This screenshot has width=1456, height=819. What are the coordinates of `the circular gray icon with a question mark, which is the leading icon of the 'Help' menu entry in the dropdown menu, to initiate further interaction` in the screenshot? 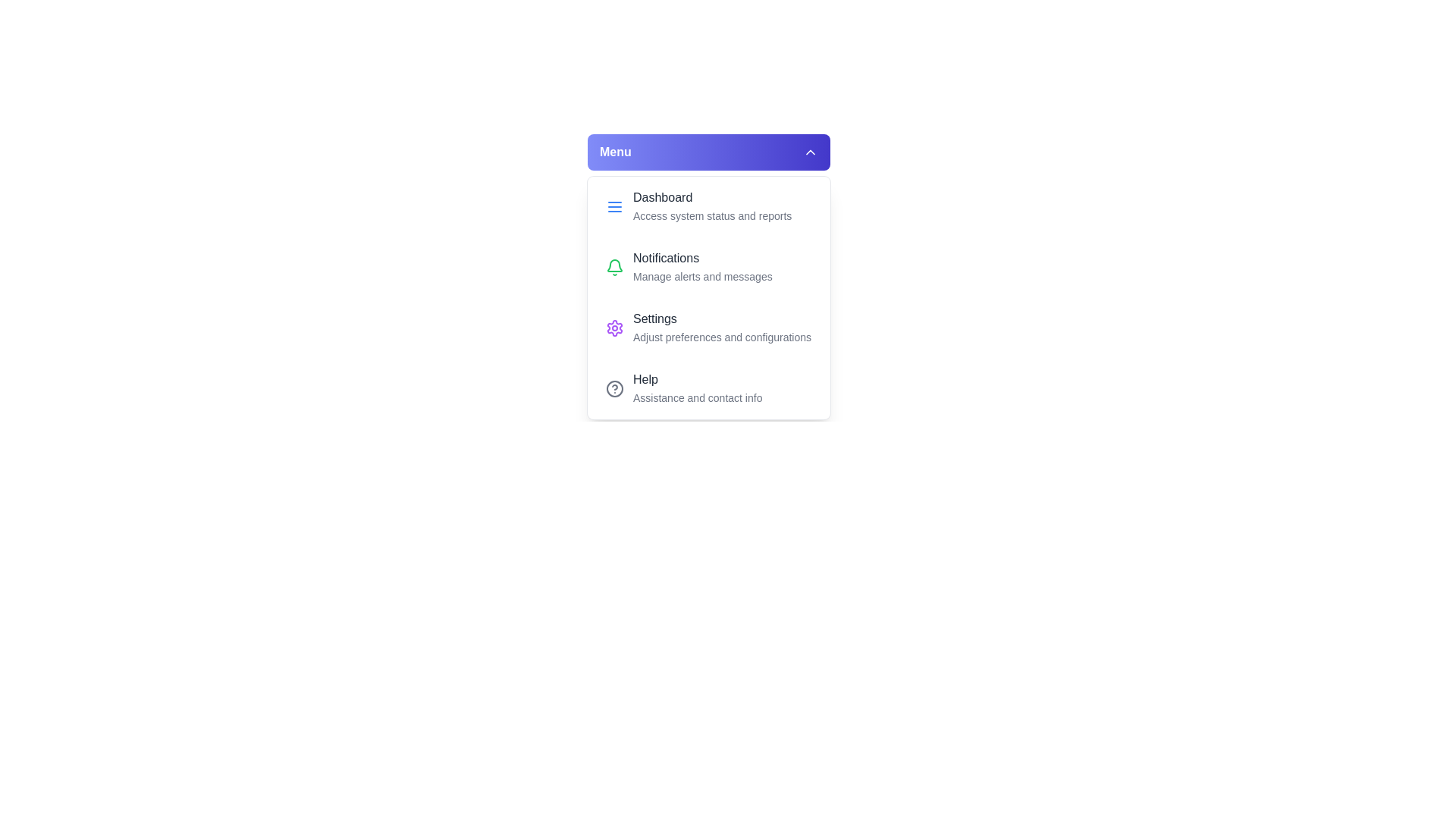 It's located at (615, 388).